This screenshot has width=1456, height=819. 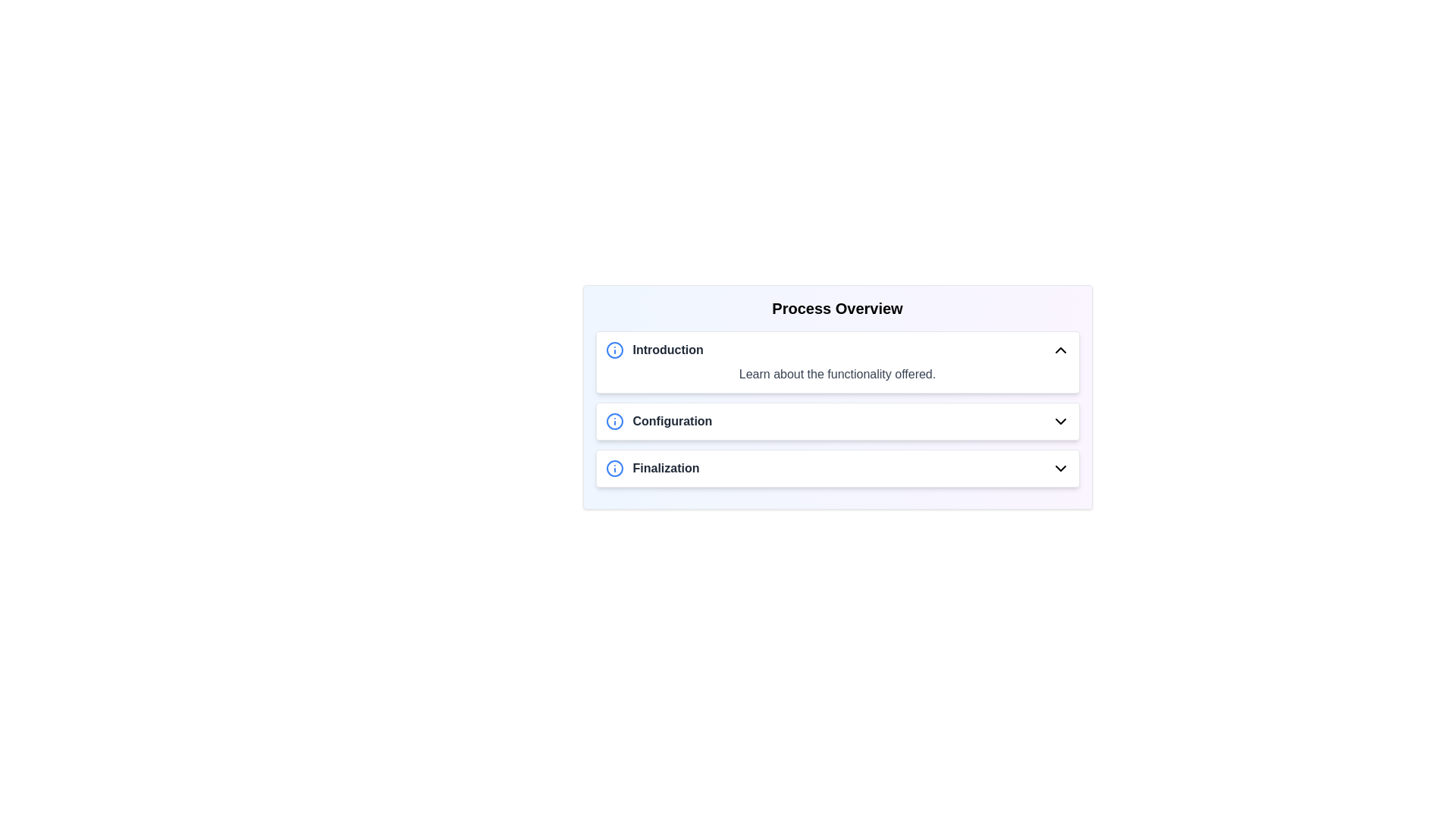 What do you see at coordinates (836, 308) in the screenshot?
I see `the bold, centered text element reading 'Process Overview' which is styled with a large font size and black font color, positioned above a list of sections` at bounding box center [836, 308].